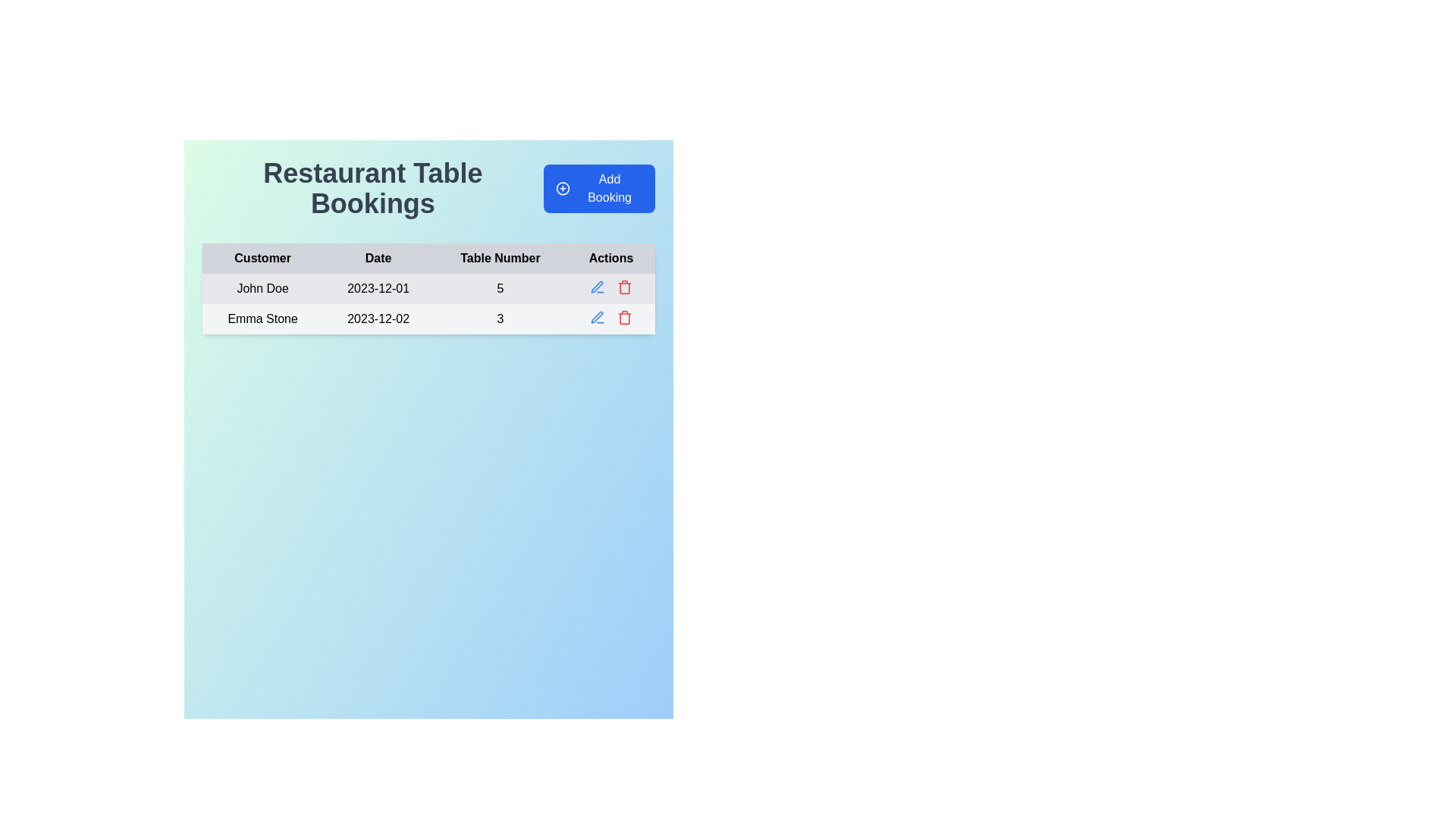 The width and height of the screenshot is (1456, 819). I want to click on text label that serves as the header for the restaurant table booking section, located in the top-left portion of the interface, so click(372, 188).